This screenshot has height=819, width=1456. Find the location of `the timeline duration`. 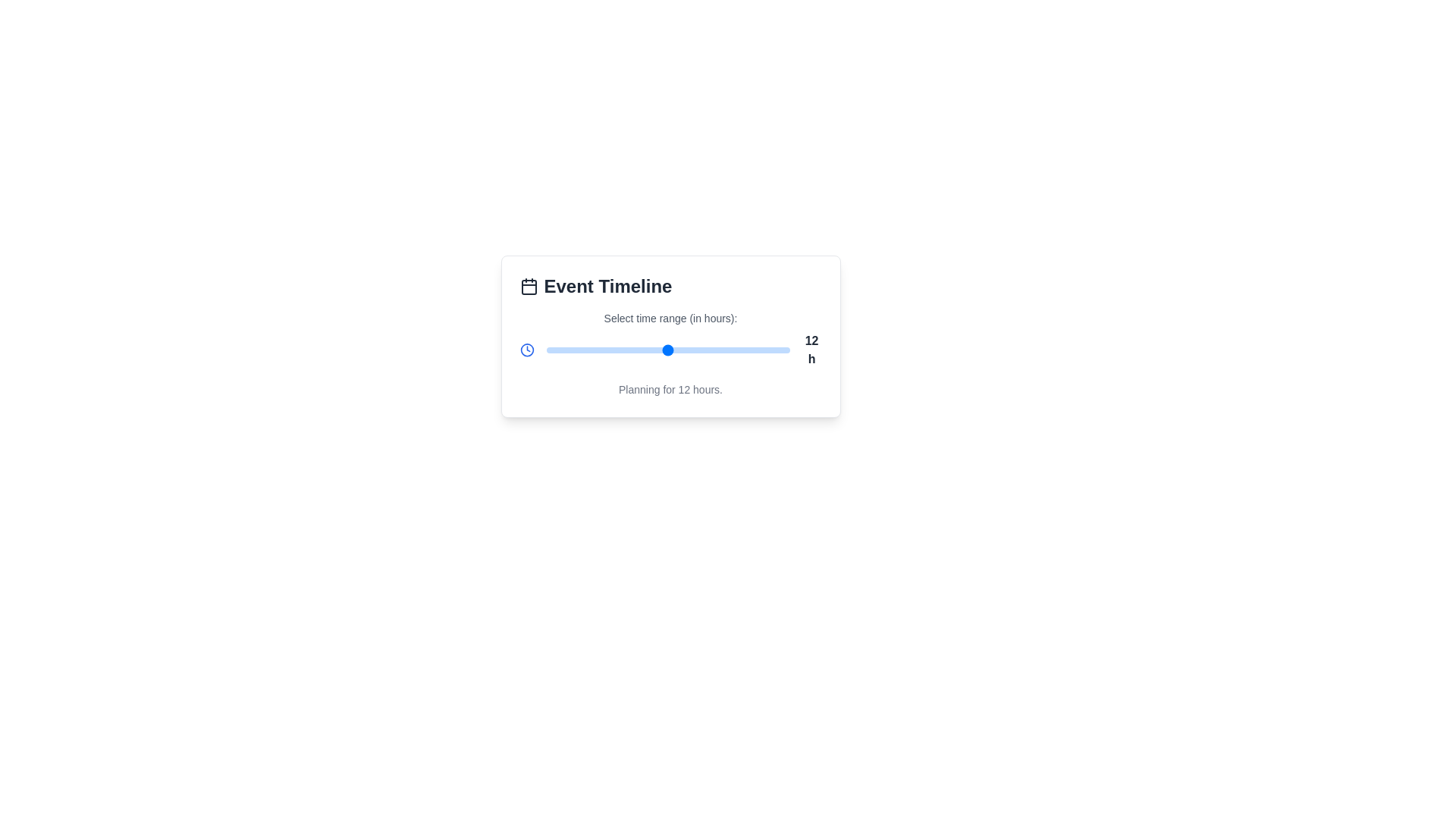

the timeline duration is located at coordinates (555, 350).